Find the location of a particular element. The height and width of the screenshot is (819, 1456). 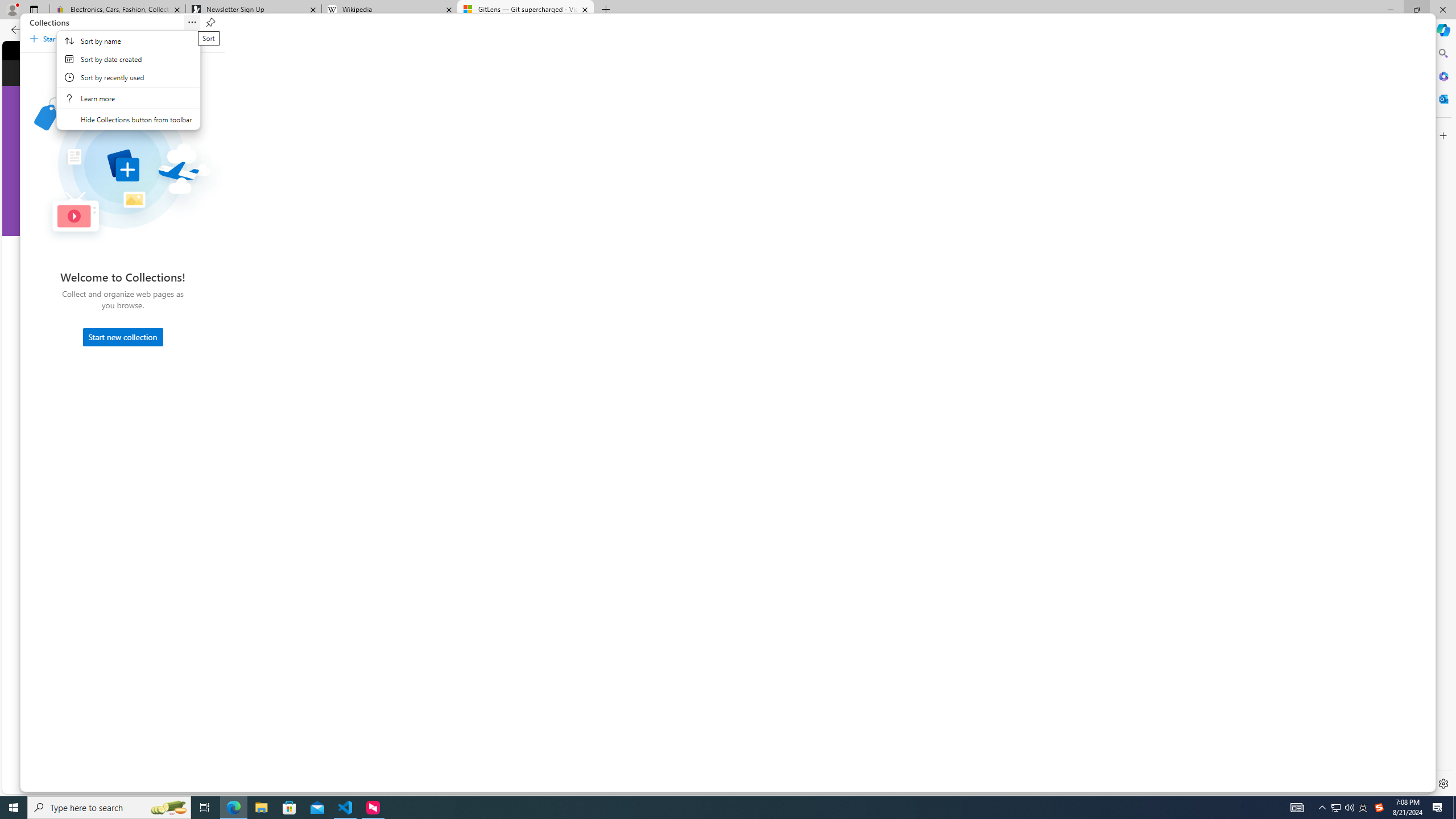

'Sort by recently used' is located at coordinates (128, 77).